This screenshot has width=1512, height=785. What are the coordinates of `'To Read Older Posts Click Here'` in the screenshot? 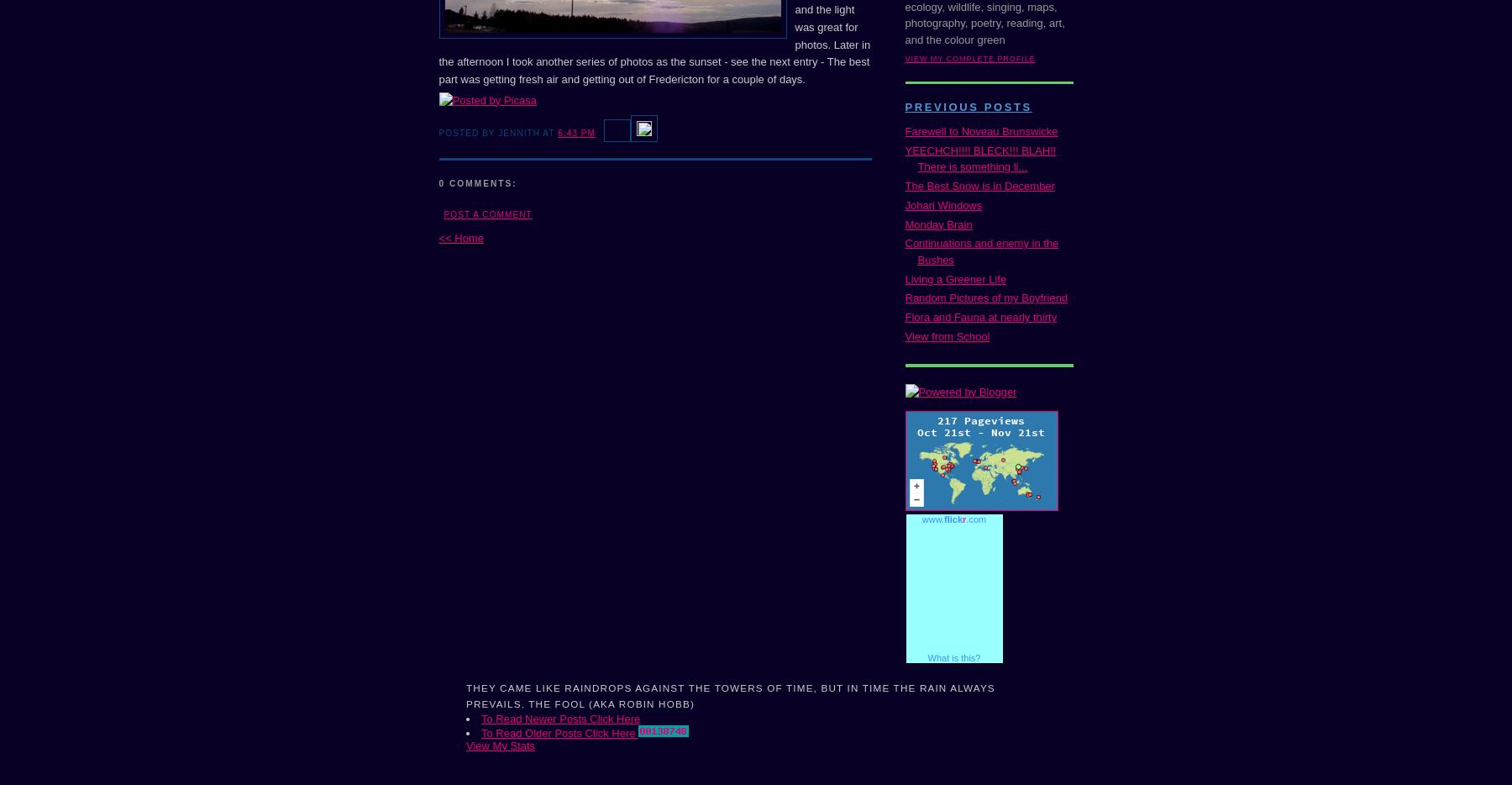 It's located at (559, 731).